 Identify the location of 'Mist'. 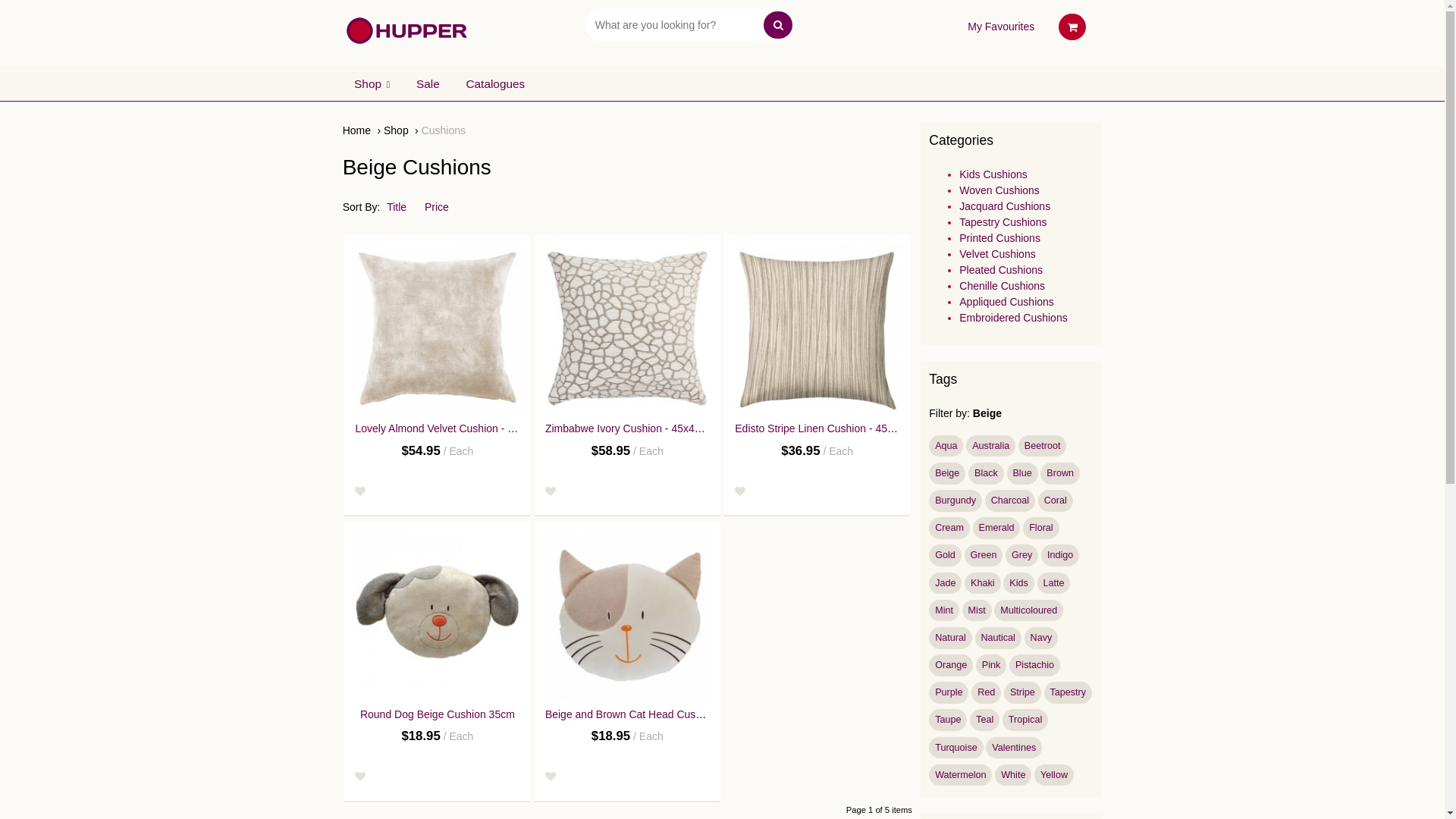
(961, 610).